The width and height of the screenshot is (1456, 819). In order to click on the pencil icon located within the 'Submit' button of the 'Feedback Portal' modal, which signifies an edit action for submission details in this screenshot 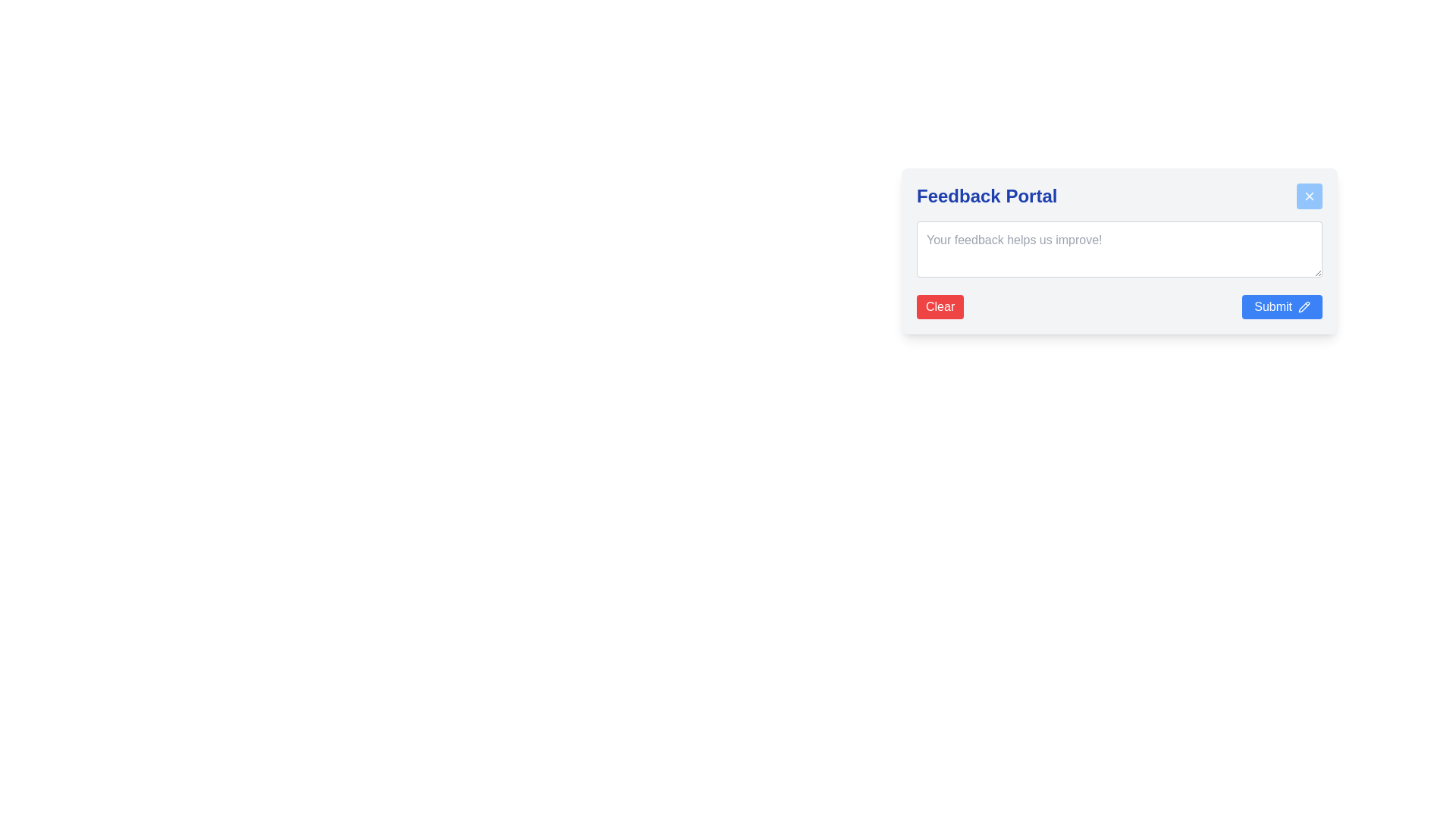, I will do `click(1303, 307)`.